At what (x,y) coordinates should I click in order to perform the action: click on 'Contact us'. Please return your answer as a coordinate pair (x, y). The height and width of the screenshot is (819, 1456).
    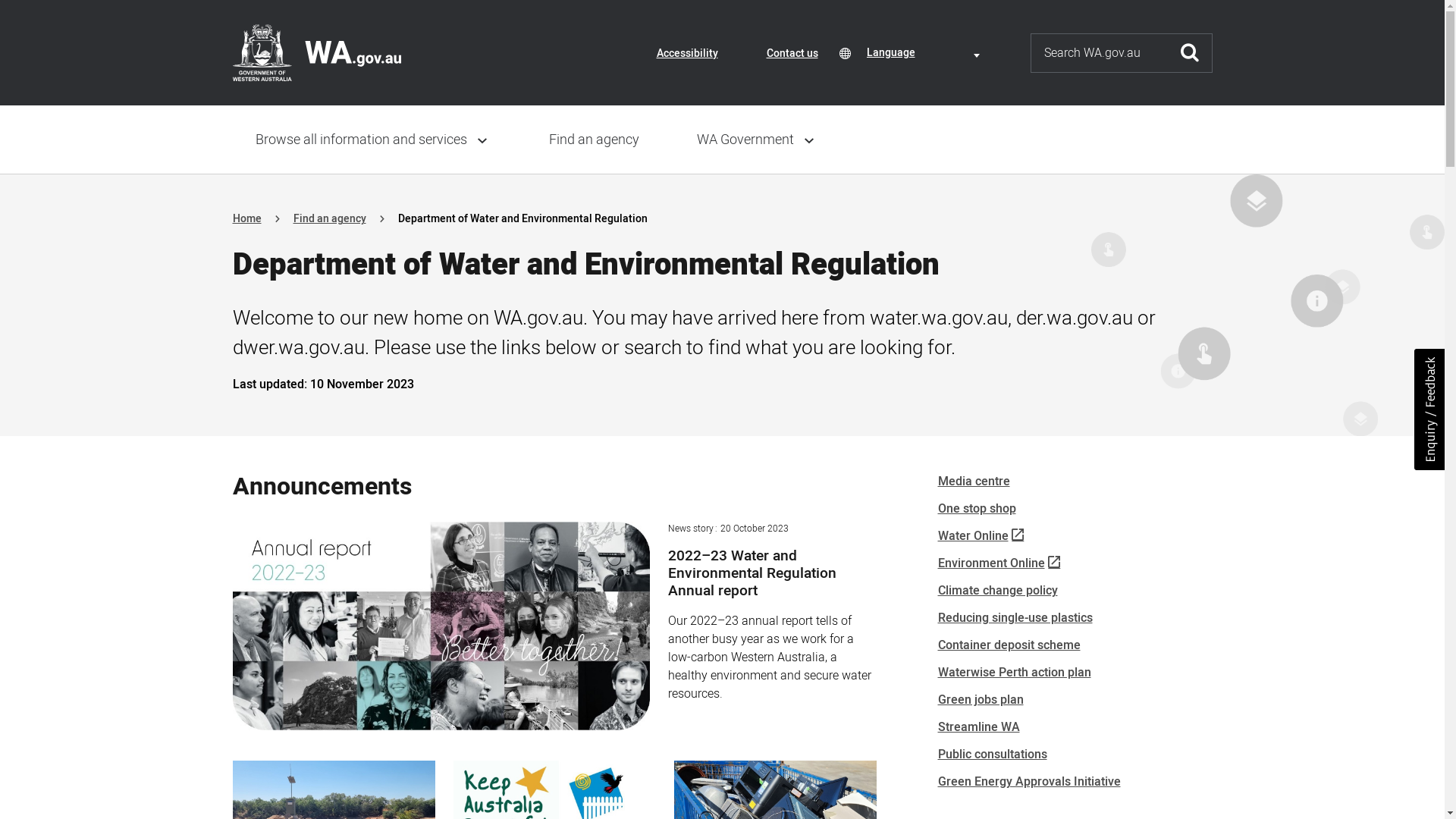
    Looking at the image, I should click on (790, 52).